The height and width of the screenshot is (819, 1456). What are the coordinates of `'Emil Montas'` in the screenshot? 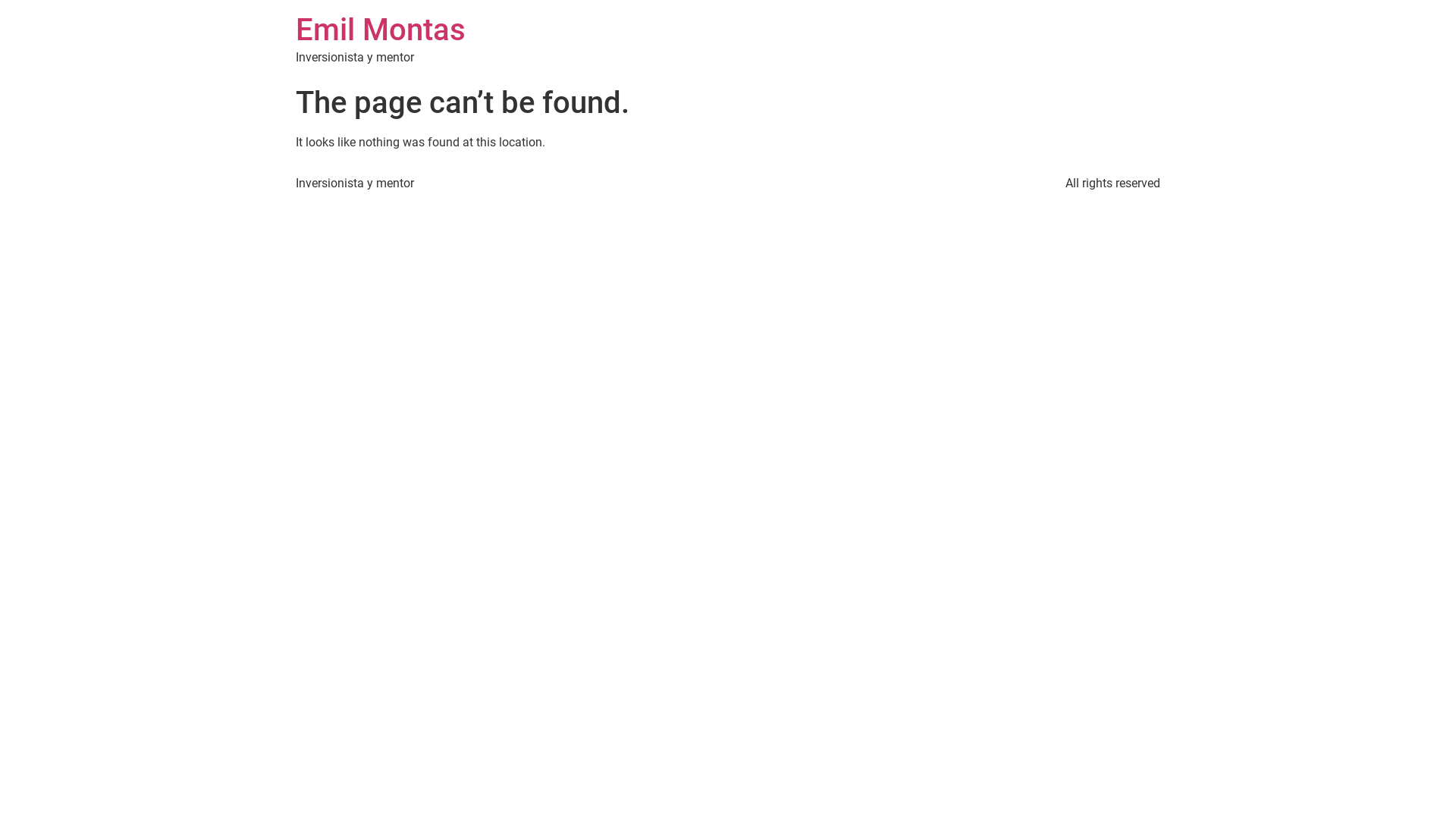 It's located at (381, 30).